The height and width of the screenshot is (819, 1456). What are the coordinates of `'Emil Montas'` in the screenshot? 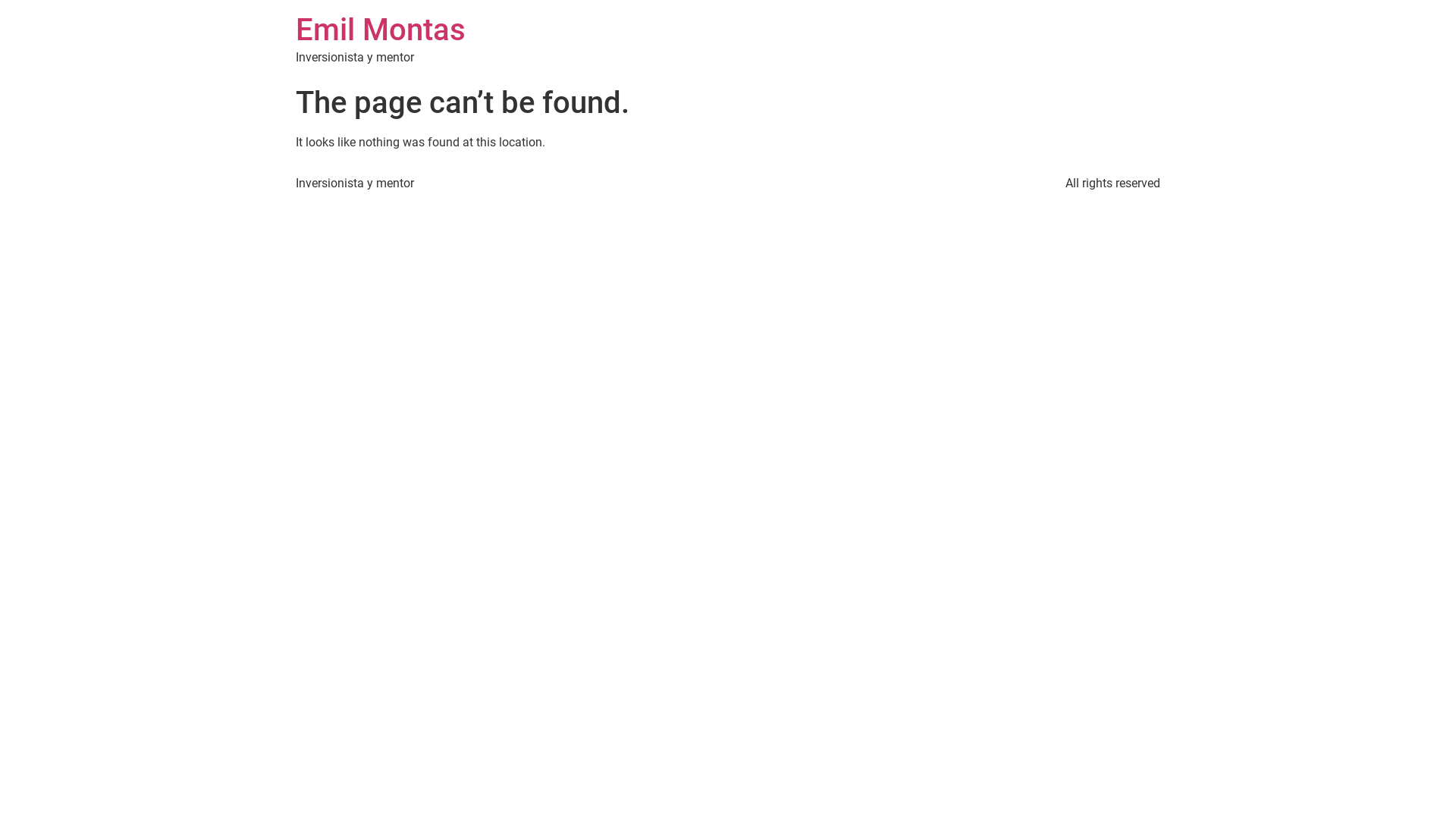 It's located at (381, 30).